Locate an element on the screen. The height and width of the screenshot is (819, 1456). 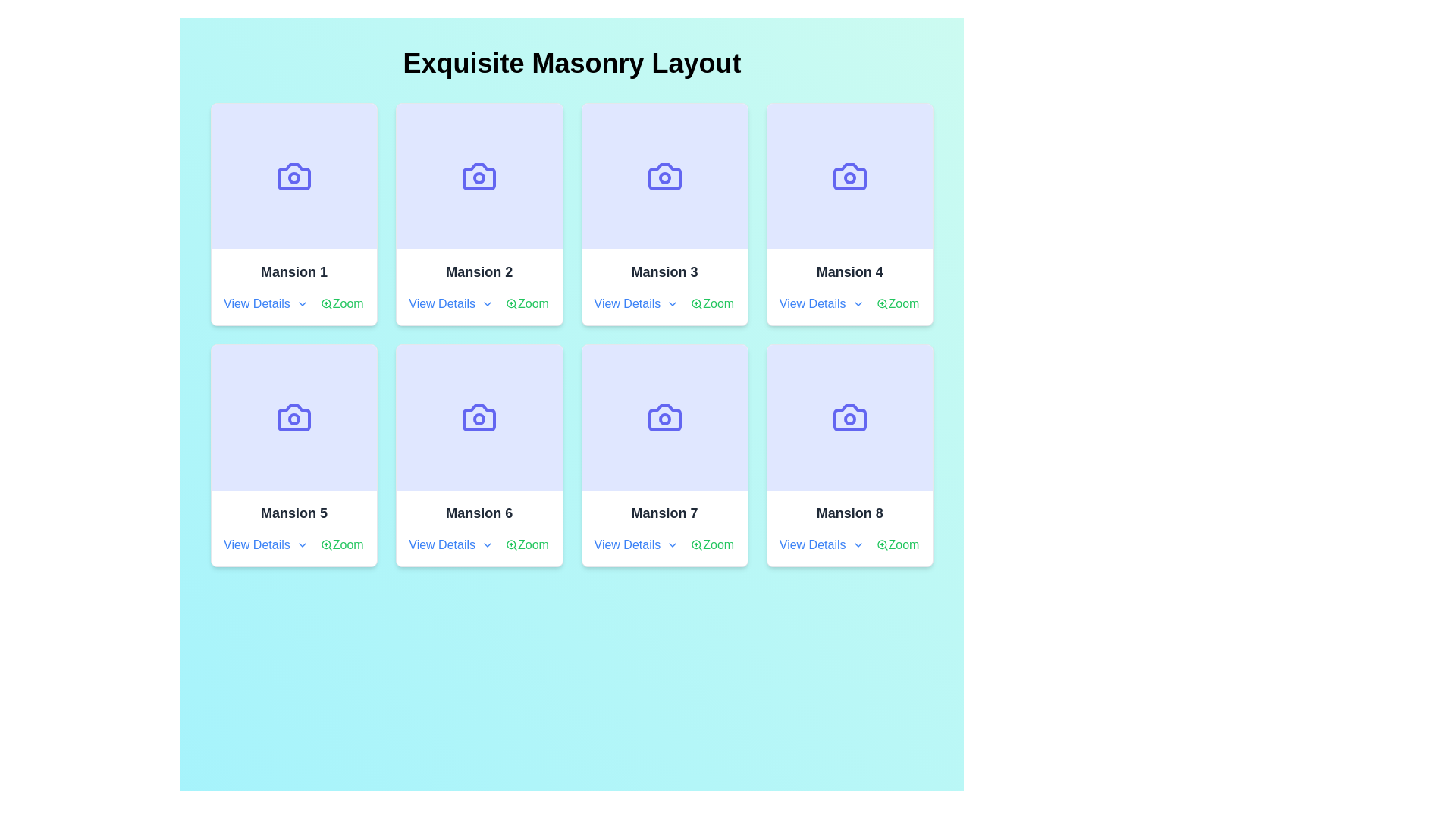
the 'Zoom' link in the Card titled 'Mansion 5', which is styled in bold dark font and placed in the second row of the grid layout labeled 'Exquisite Masonry Layout' is located at coordinates (294, 528).